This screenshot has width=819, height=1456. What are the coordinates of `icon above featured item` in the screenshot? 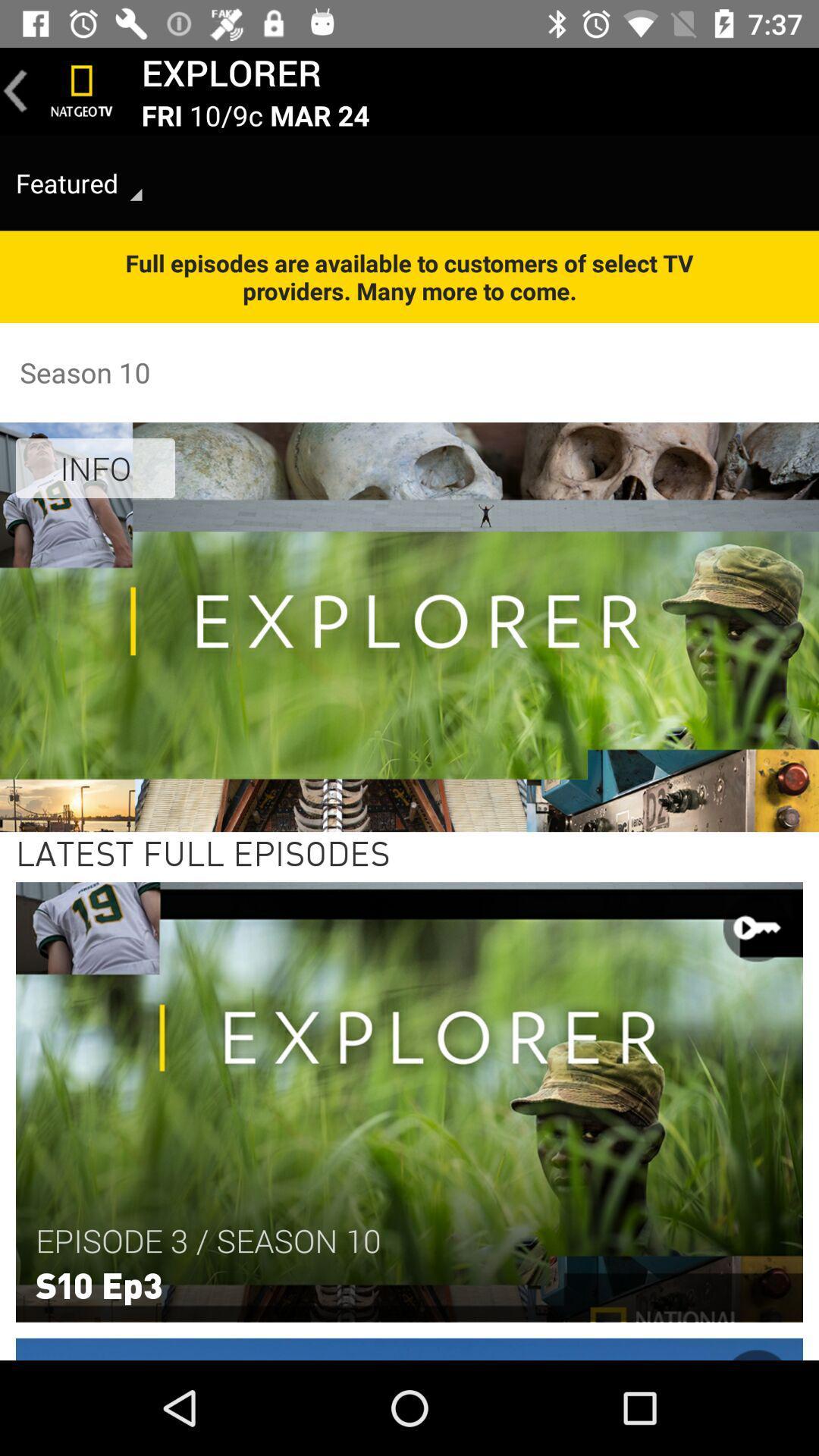 It's located at (82, 90).